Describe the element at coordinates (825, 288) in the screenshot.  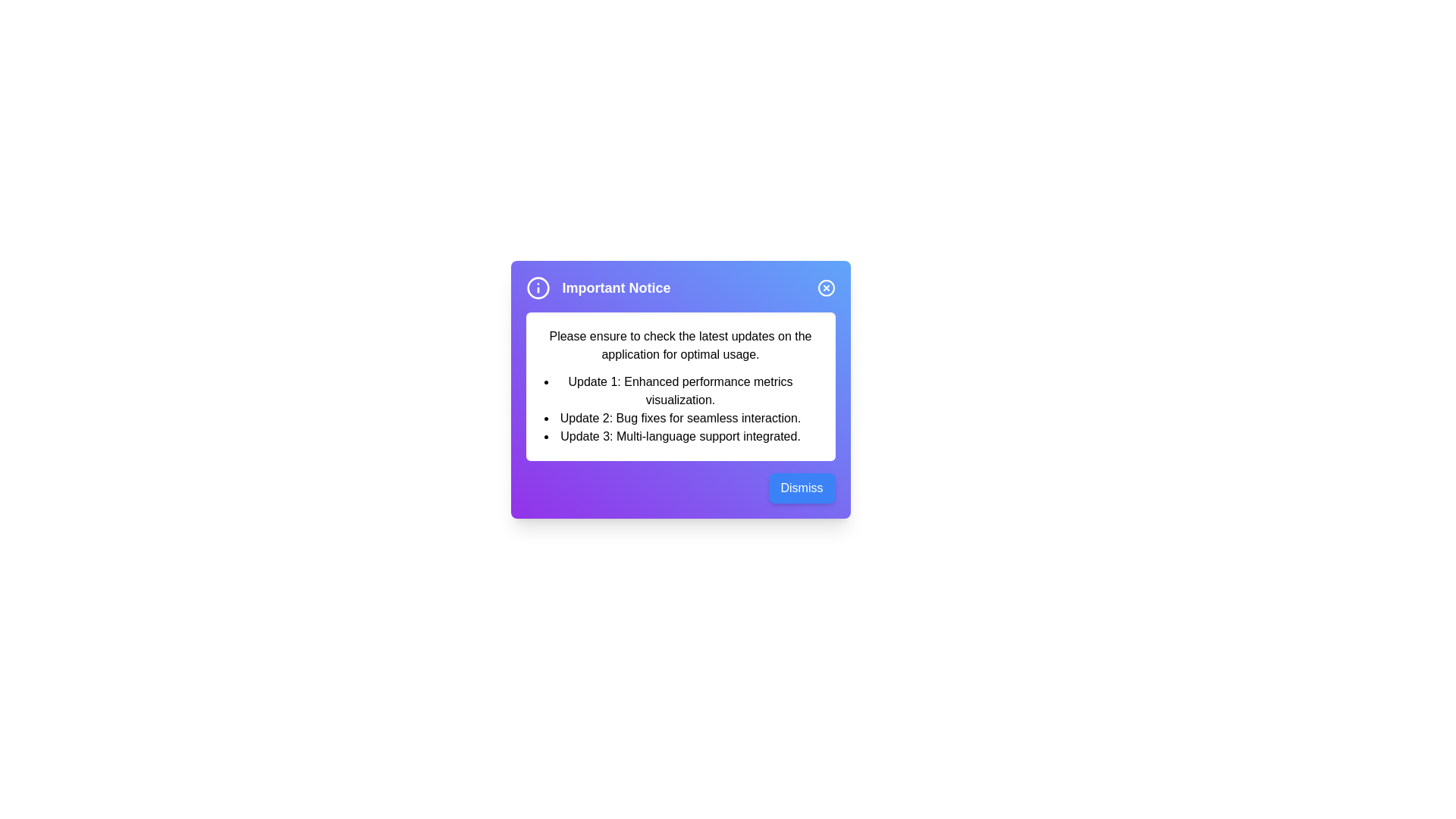
I see `close button to hide the alert` at that location.